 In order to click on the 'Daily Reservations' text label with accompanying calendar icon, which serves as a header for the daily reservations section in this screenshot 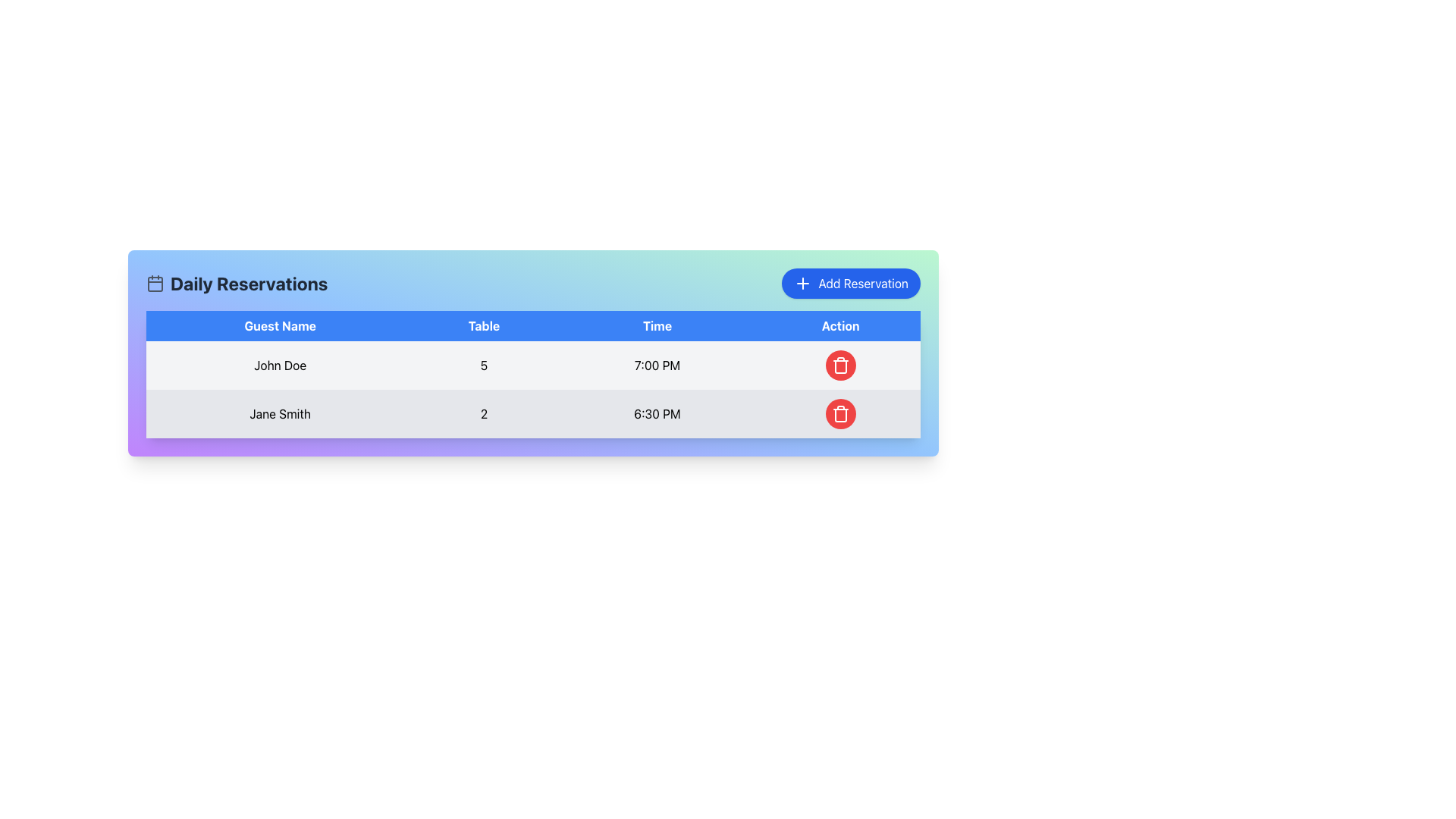, I will do `click(236, 284)`.